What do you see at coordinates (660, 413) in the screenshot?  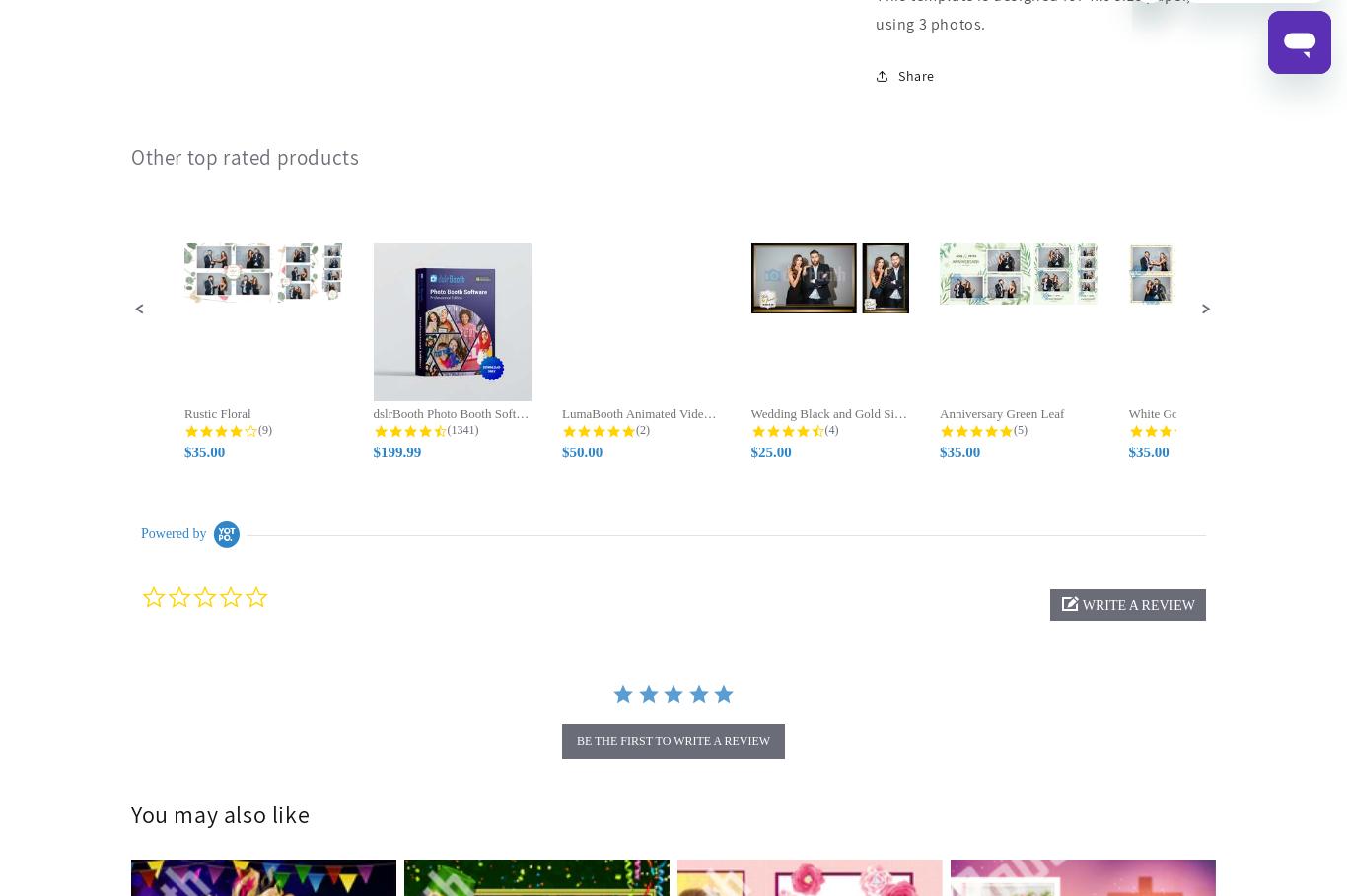 I see `'LumaBooth Animated Video Overlays'` at bounding box center [660, 413].